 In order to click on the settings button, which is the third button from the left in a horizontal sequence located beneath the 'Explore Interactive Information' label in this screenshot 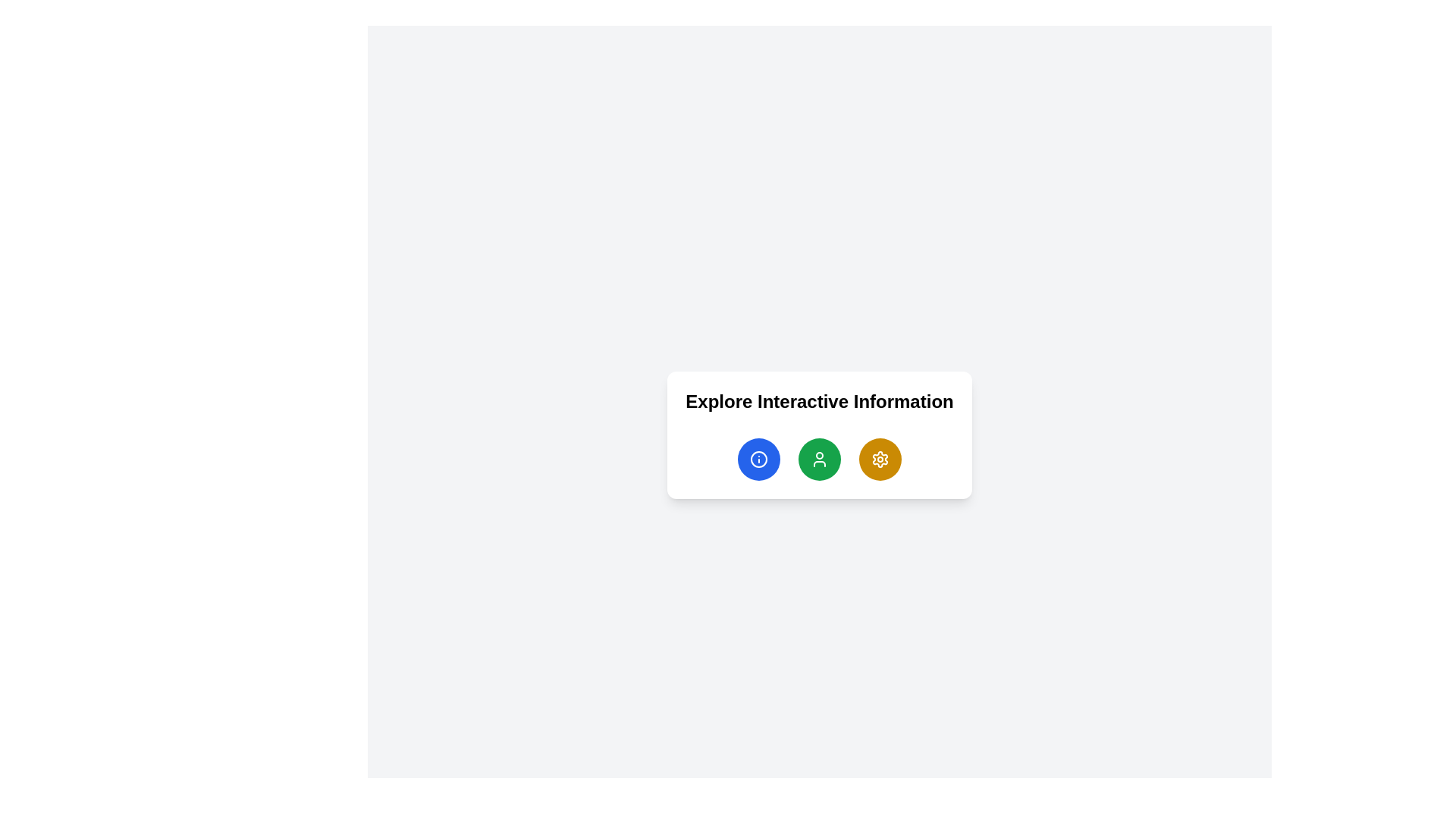, I will do `click(880, 458)`.